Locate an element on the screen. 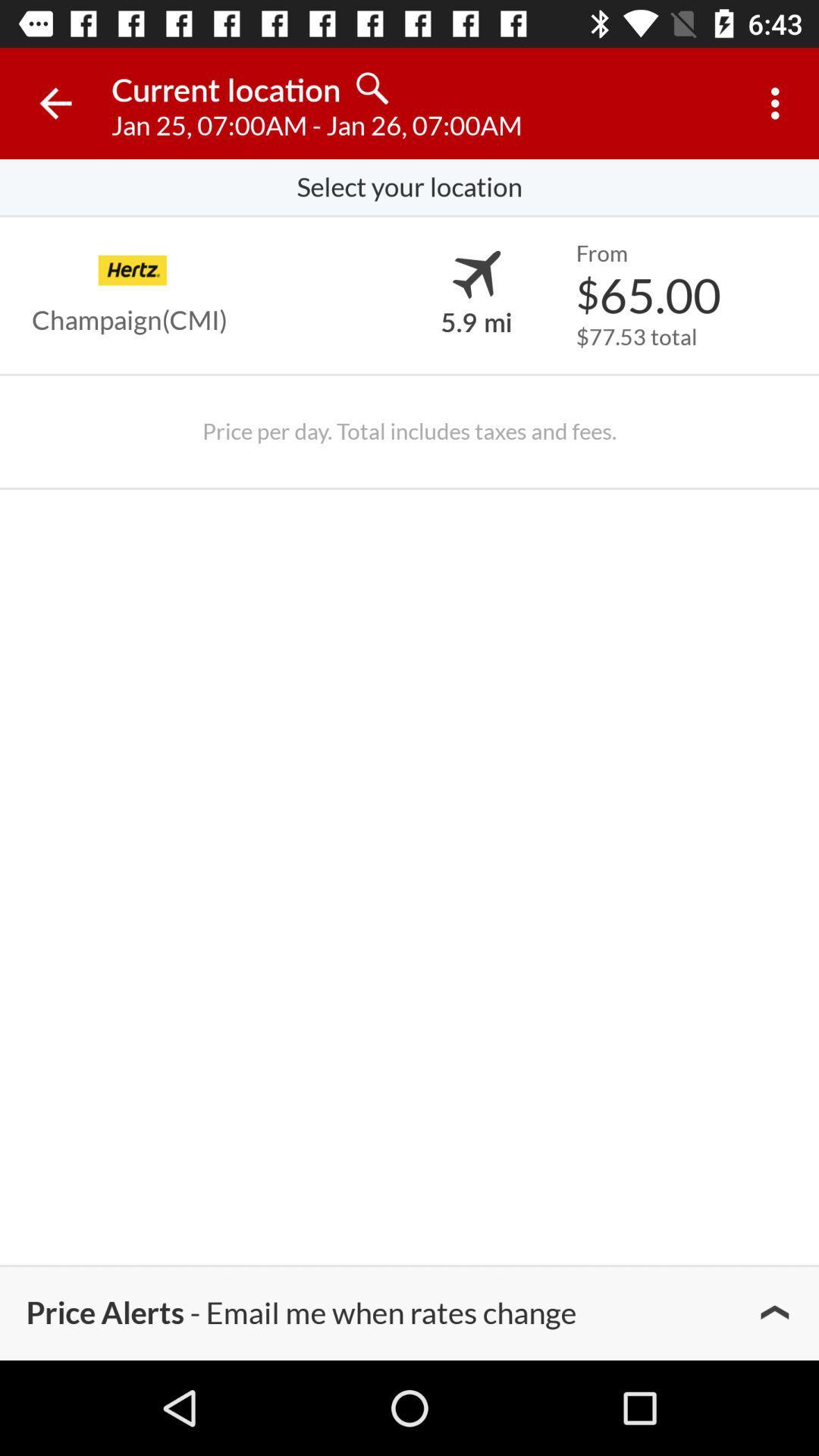 This screenshot has width=819, height=1456. the item to the left of the current location item is located at coordinates (55, 102).